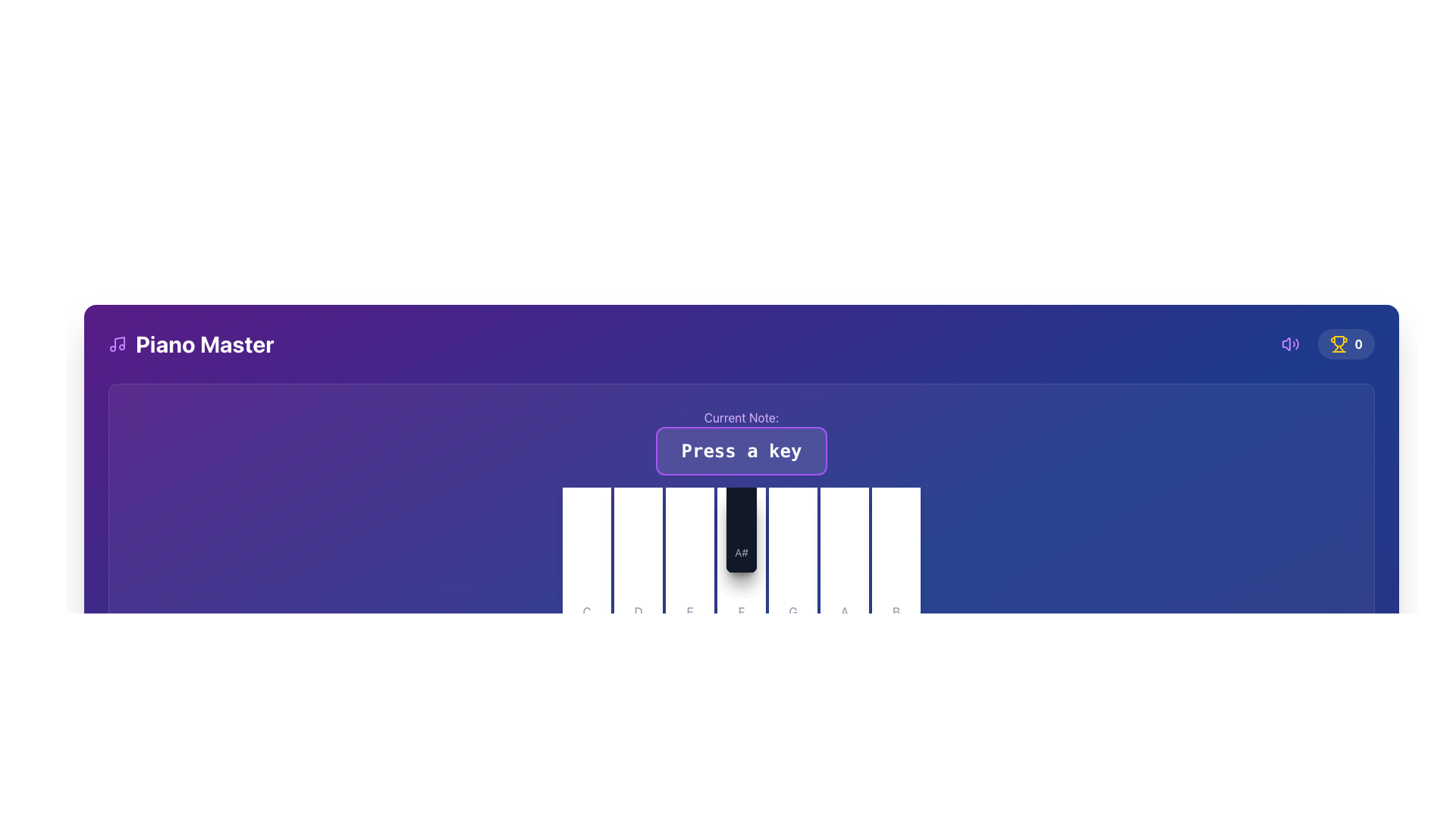 Image resolution: width=1456 pixels, height=819 pixels. What do you see at coordinates (190, 344) in the screenshot?
I see `the 'Piano Master' text label with icon, which serves as an identifier for the current page or application section` at bounding box center [190, 344].